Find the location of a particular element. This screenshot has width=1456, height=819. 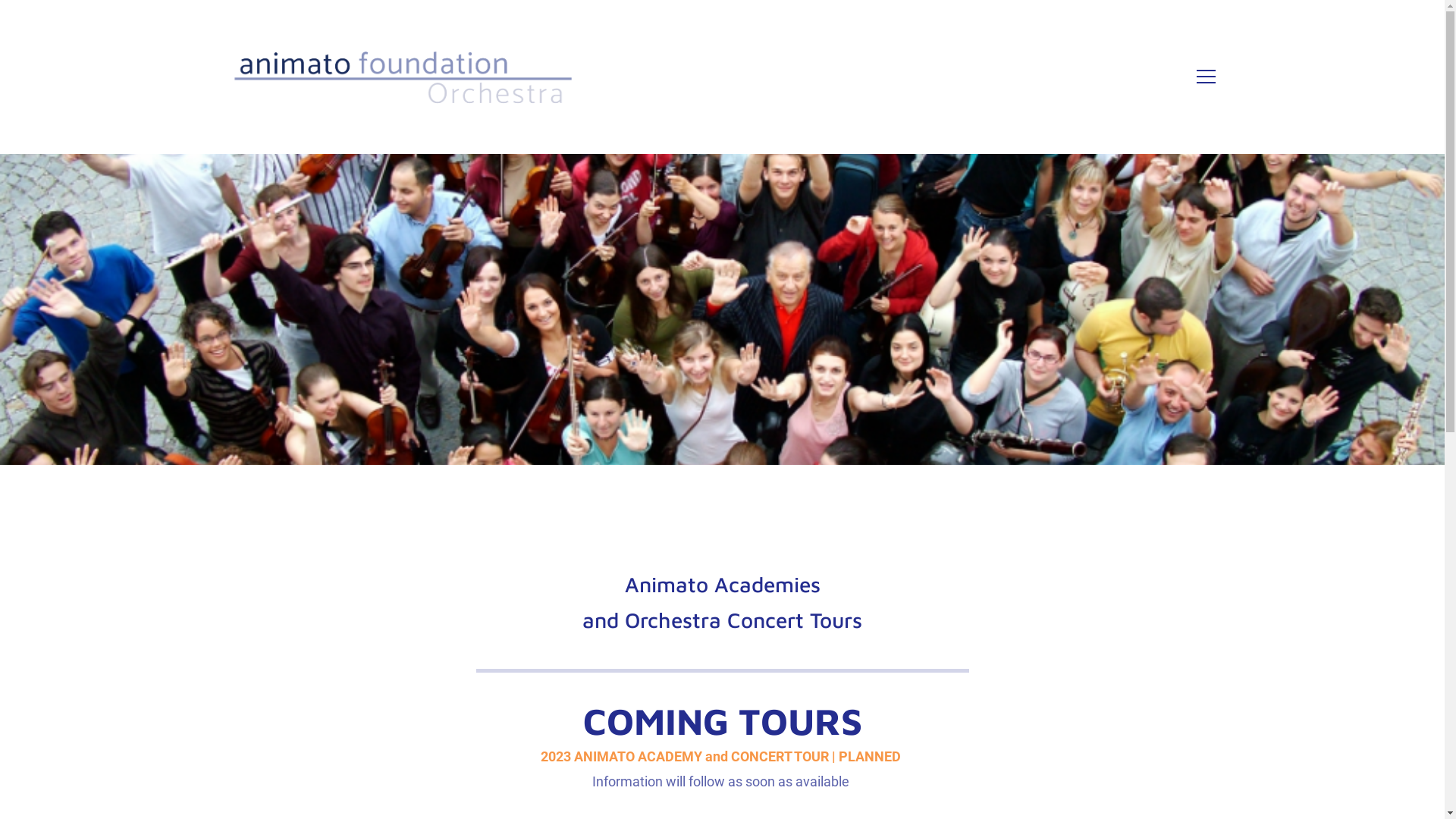

'Menu' is located at coordinates (1205, 76).